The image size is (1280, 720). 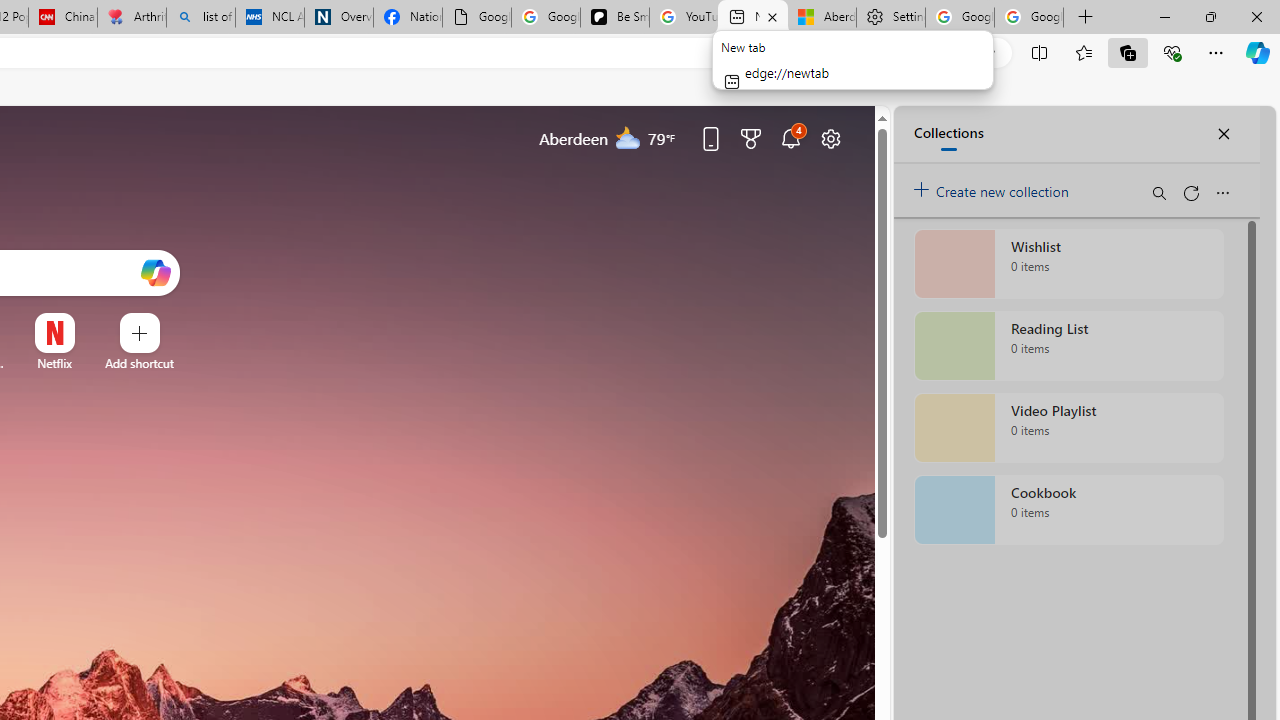 What do you see at coordinates (138, 363) in the screenshot?
I see `'Add a site'` at bounding box center [138, 363].